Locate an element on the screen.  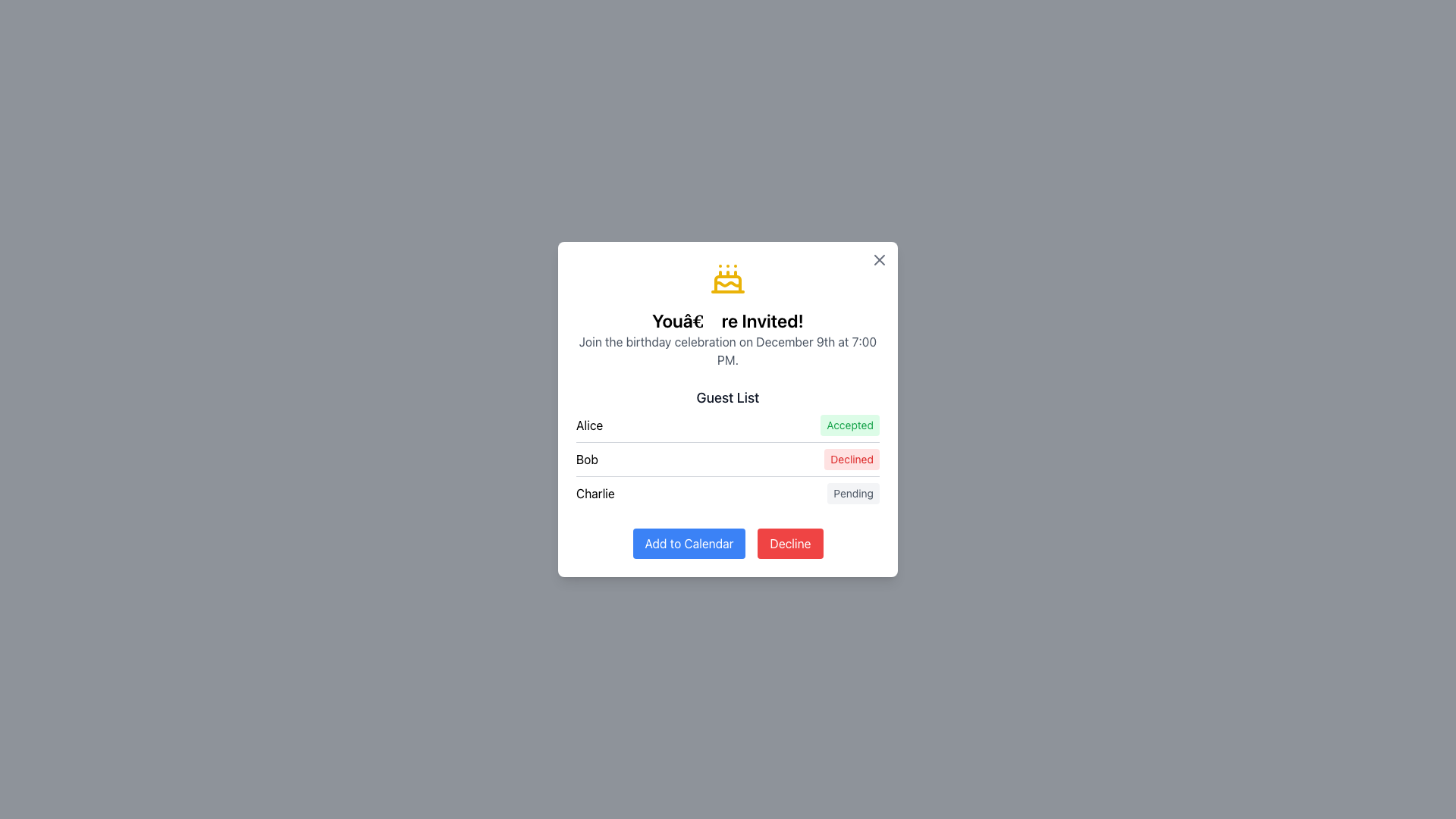
status label of the guest named Charlie, which is the third row in the 'Guest List' section indicating their RSVP status as pending is located at coordinates (728, 493).